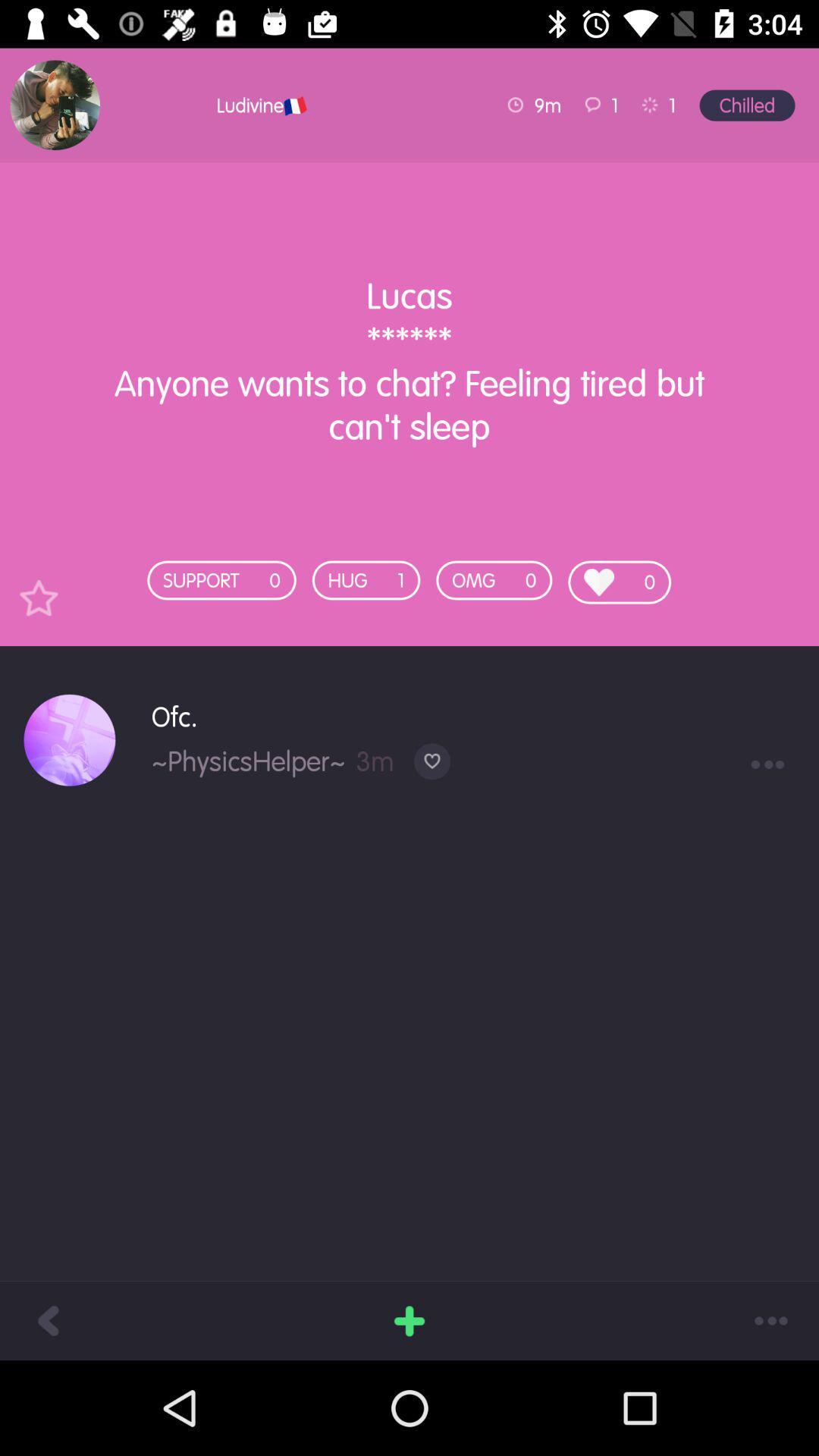 Image resolution: width=819 pixels, height=1456 pixels. I want to click on the item next to the 3m item, so click(247, 761).